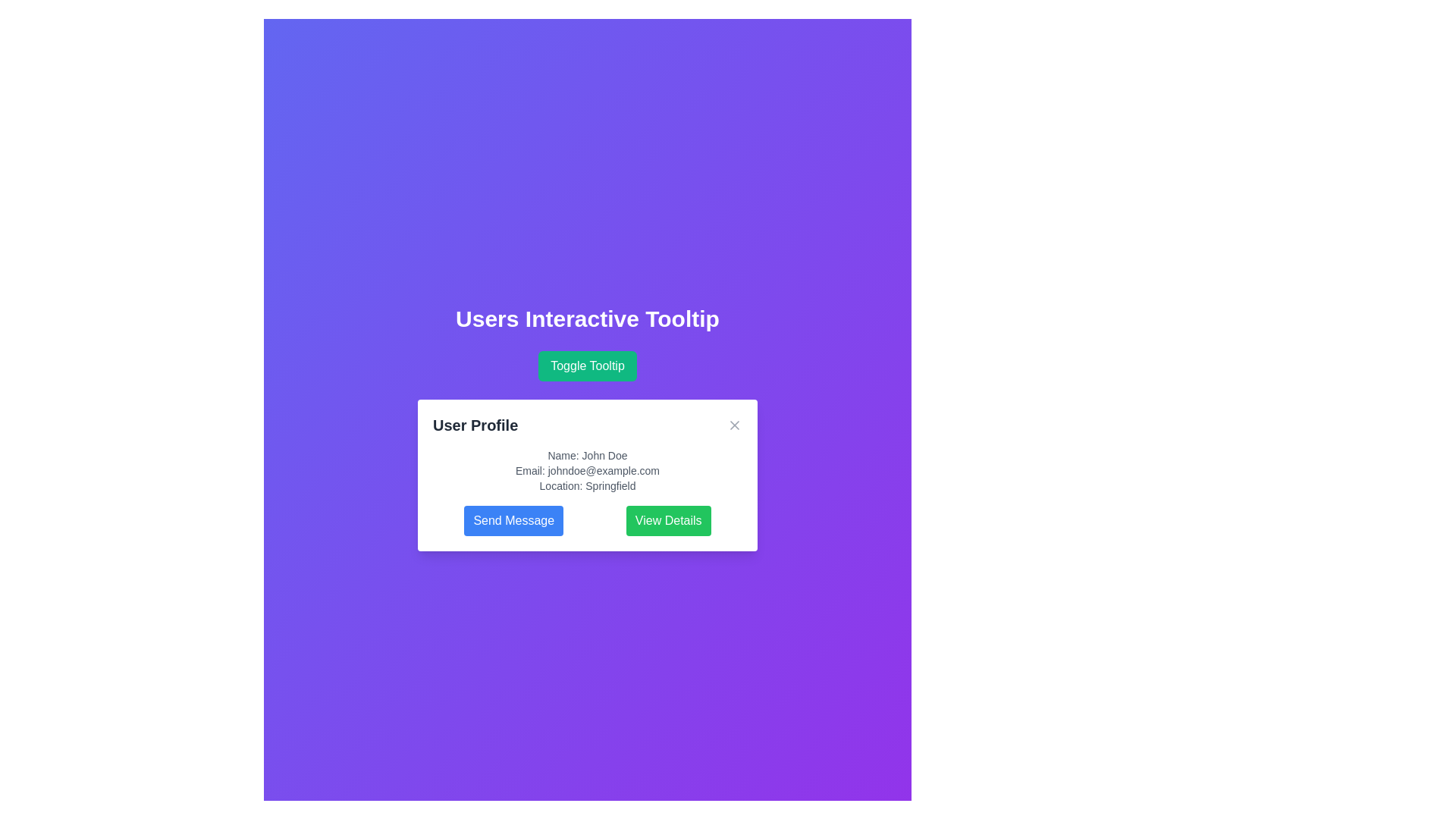  What do you see at coordinates (667, 519) in the screenshot?
I see `the green 'View Details' button with rounded corners located in the user profile section of a popup card to observe the visual effect` at bounding box center [667, 519].